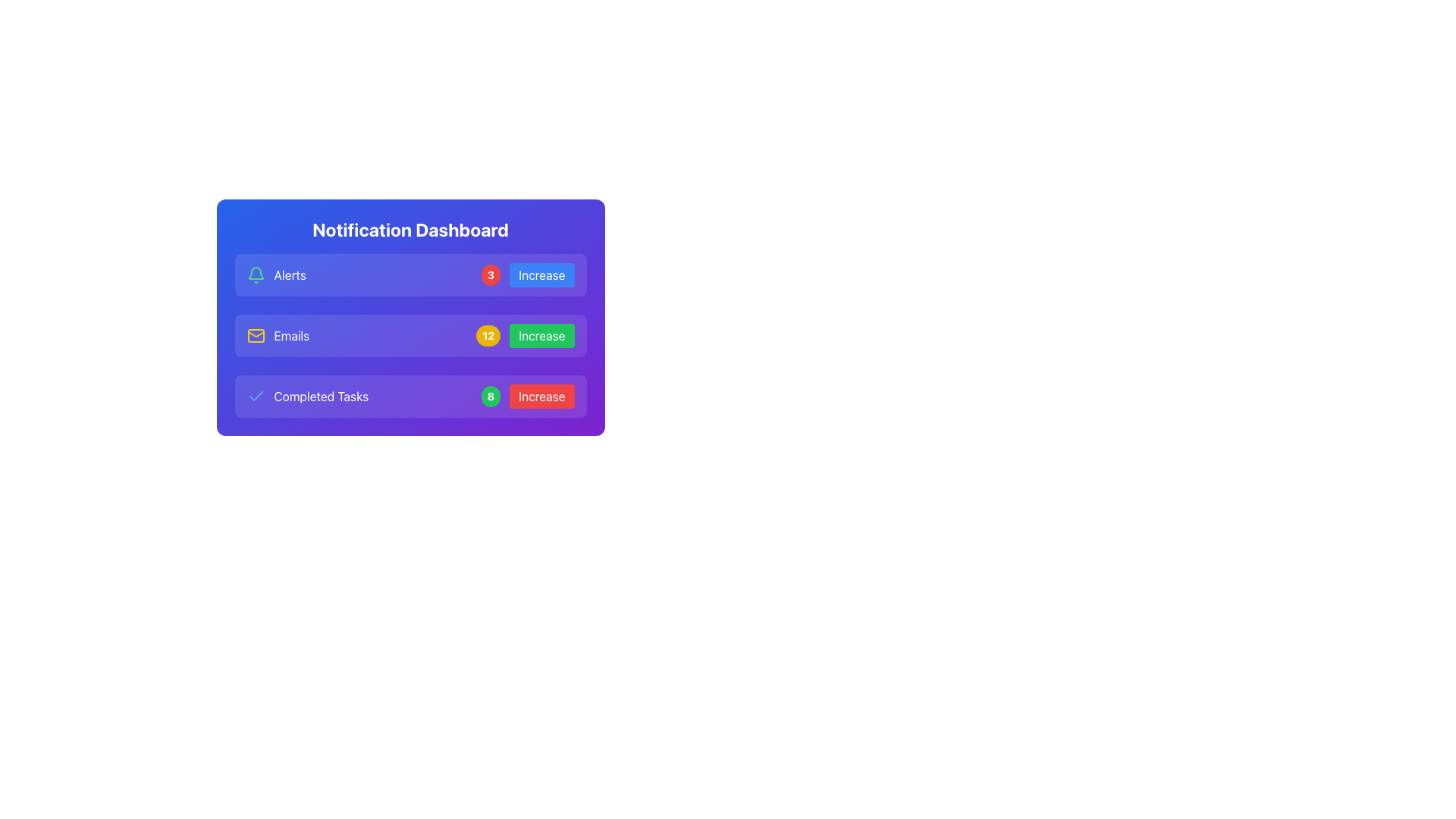 The image size is (1456, 819). Describe the element at coordinates (541, 396) in the screenshot. I see `the 'Increase' button with a red background and rounded corners in the 'Completed Tasks' section of the 'Notification Dashboard' to change its color` at that location.